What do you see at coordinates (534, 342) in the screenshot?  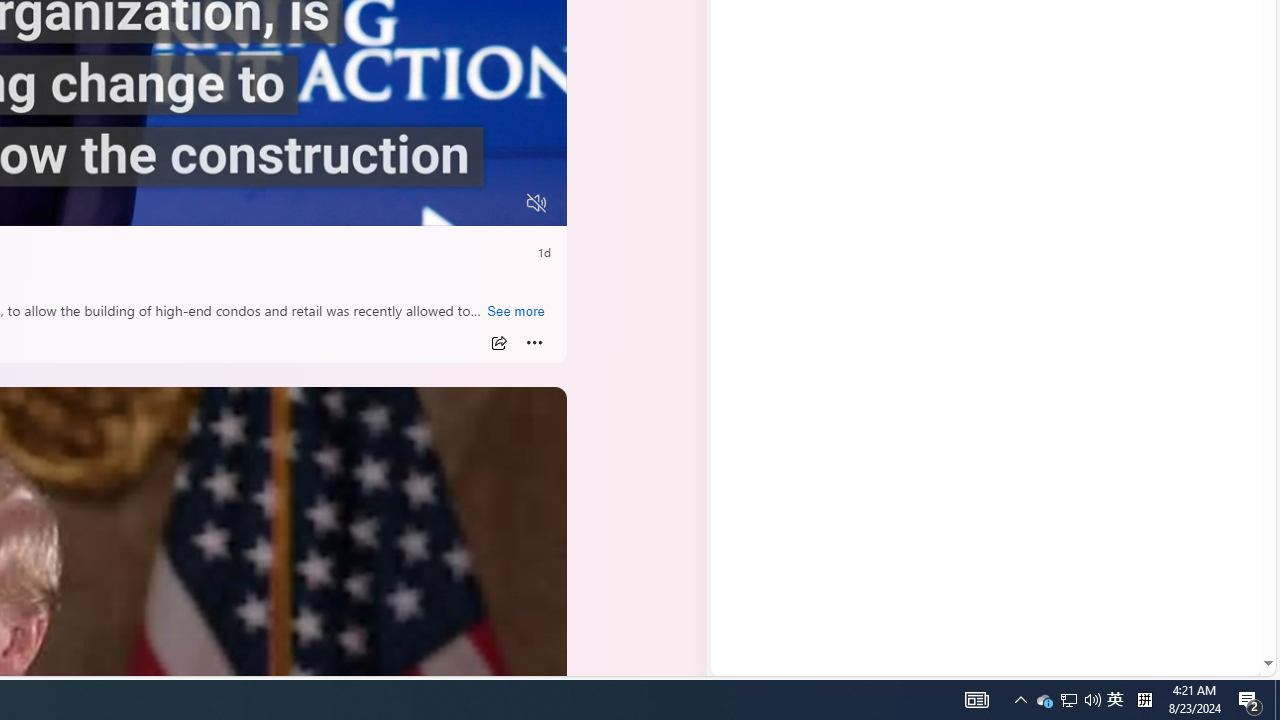 I see `'More'` at bounding box center [534, 342].